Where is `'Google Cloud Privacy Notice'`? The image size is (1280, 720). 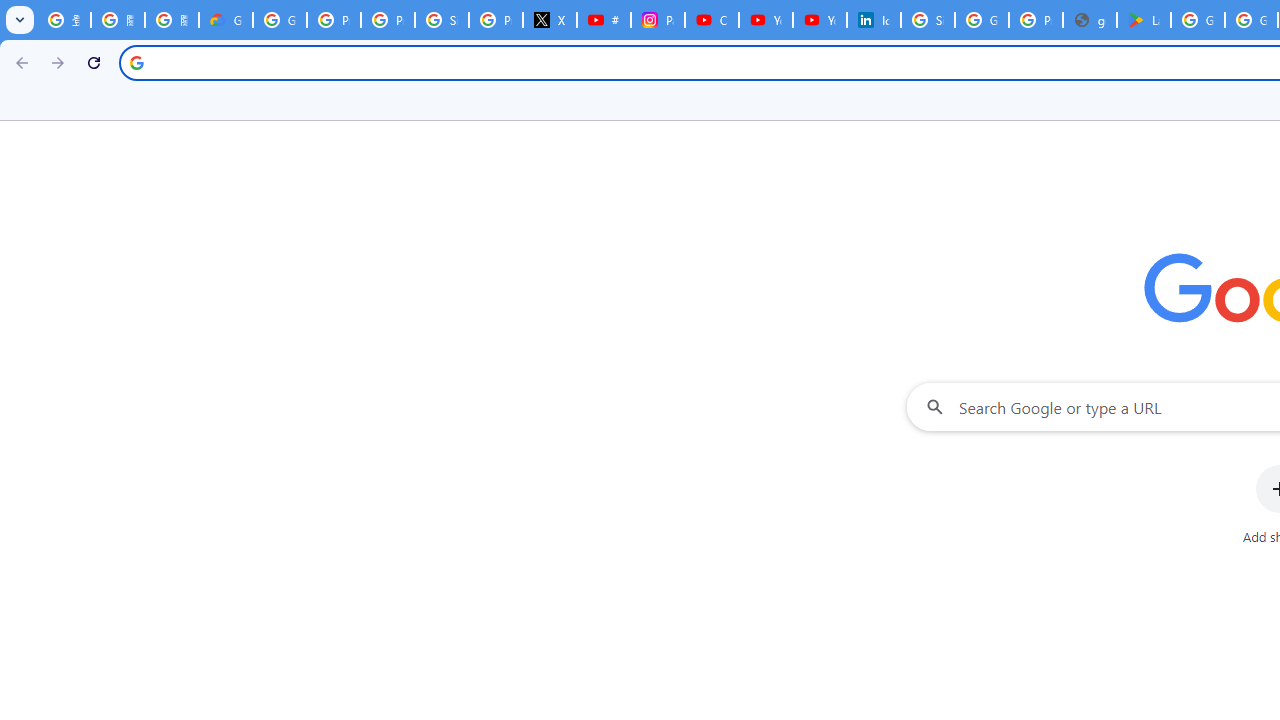 'Google Cloud Privacy Notice' is located at coordinates (225, 20).